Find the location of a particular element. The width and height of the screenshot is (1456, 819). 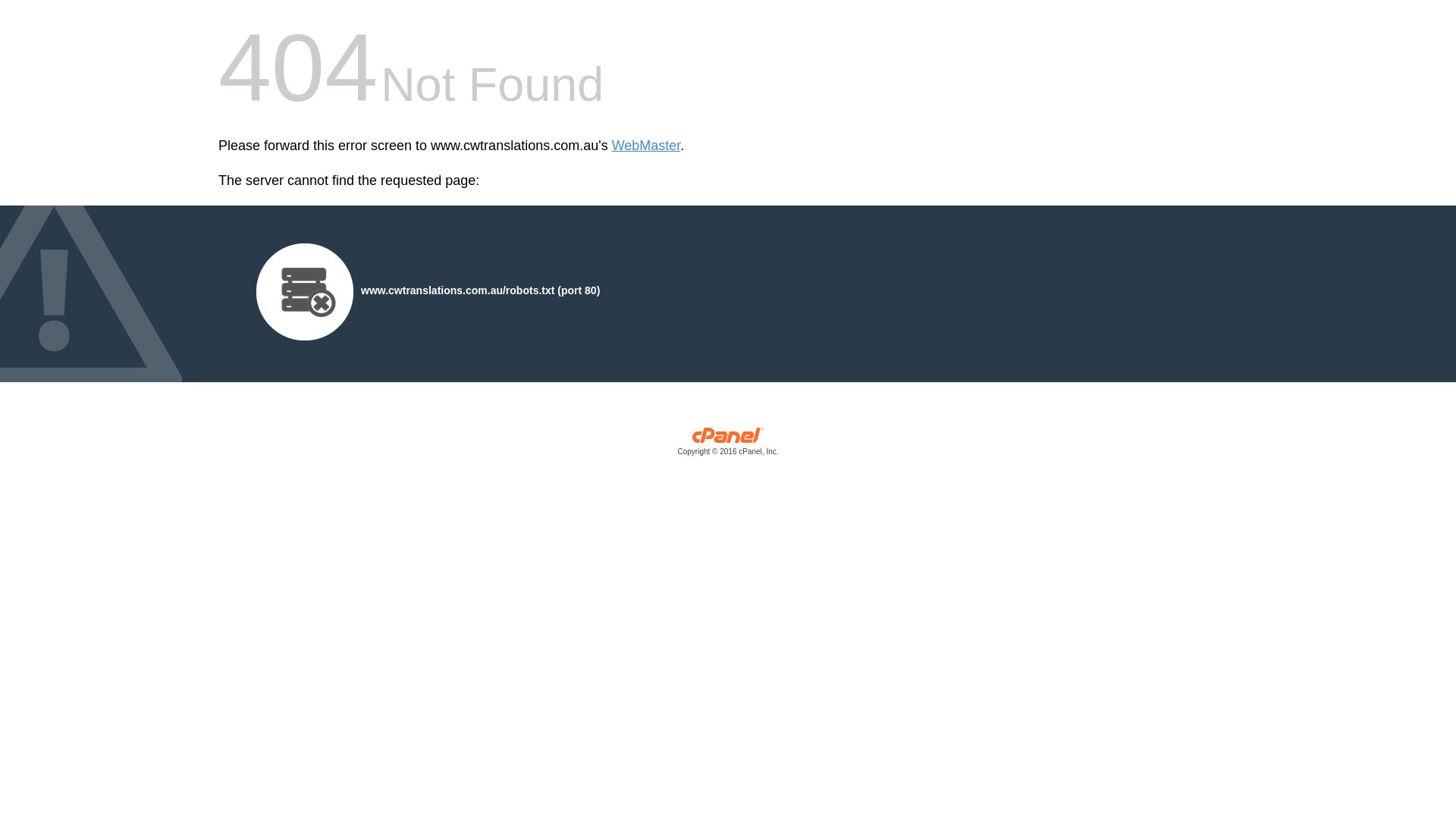

'WebMaster' is located at coordinates (611, 146).